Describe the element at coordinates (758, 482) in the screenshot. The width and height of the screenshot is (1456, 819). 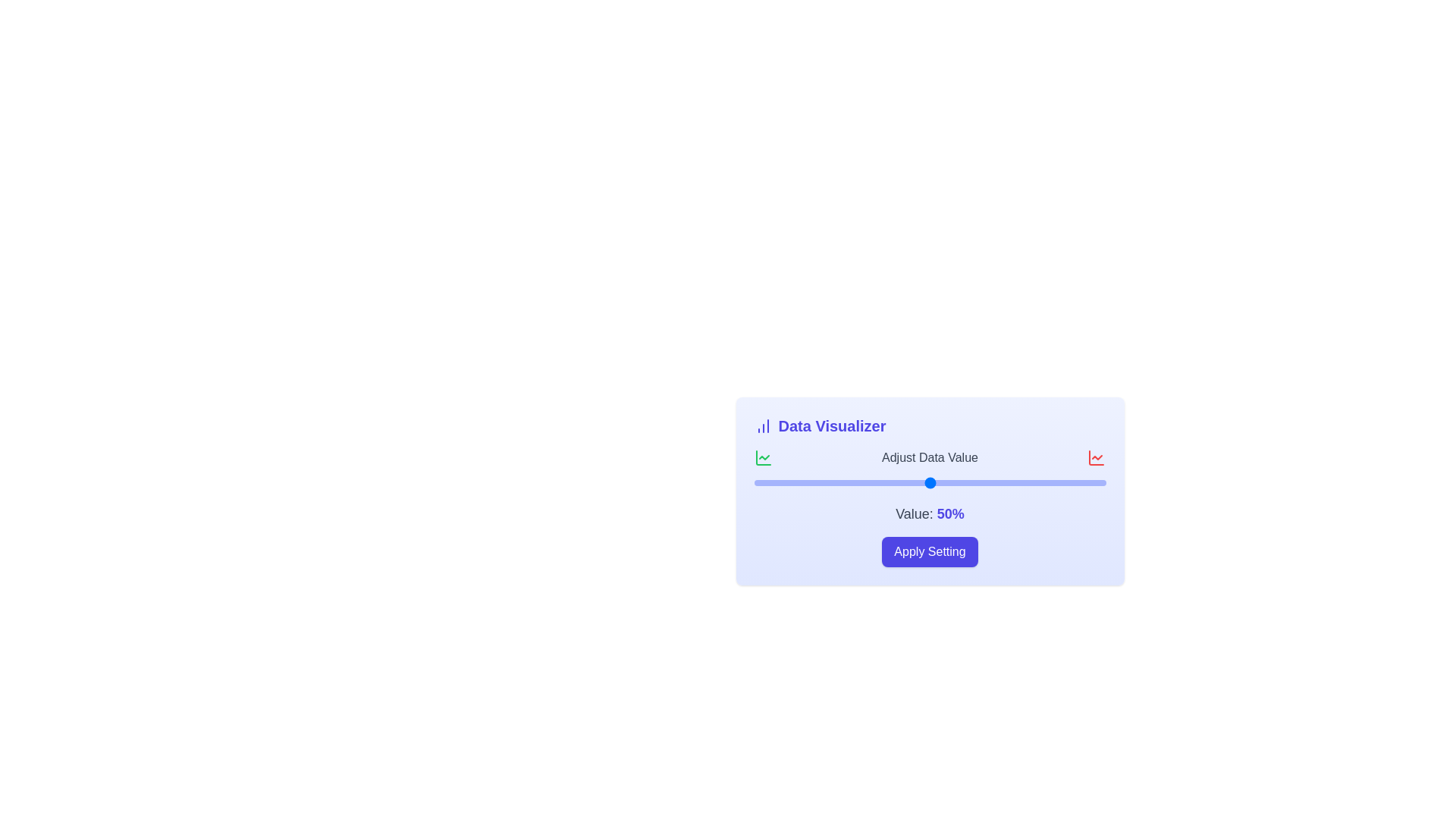
I see `the slider value` at that location.